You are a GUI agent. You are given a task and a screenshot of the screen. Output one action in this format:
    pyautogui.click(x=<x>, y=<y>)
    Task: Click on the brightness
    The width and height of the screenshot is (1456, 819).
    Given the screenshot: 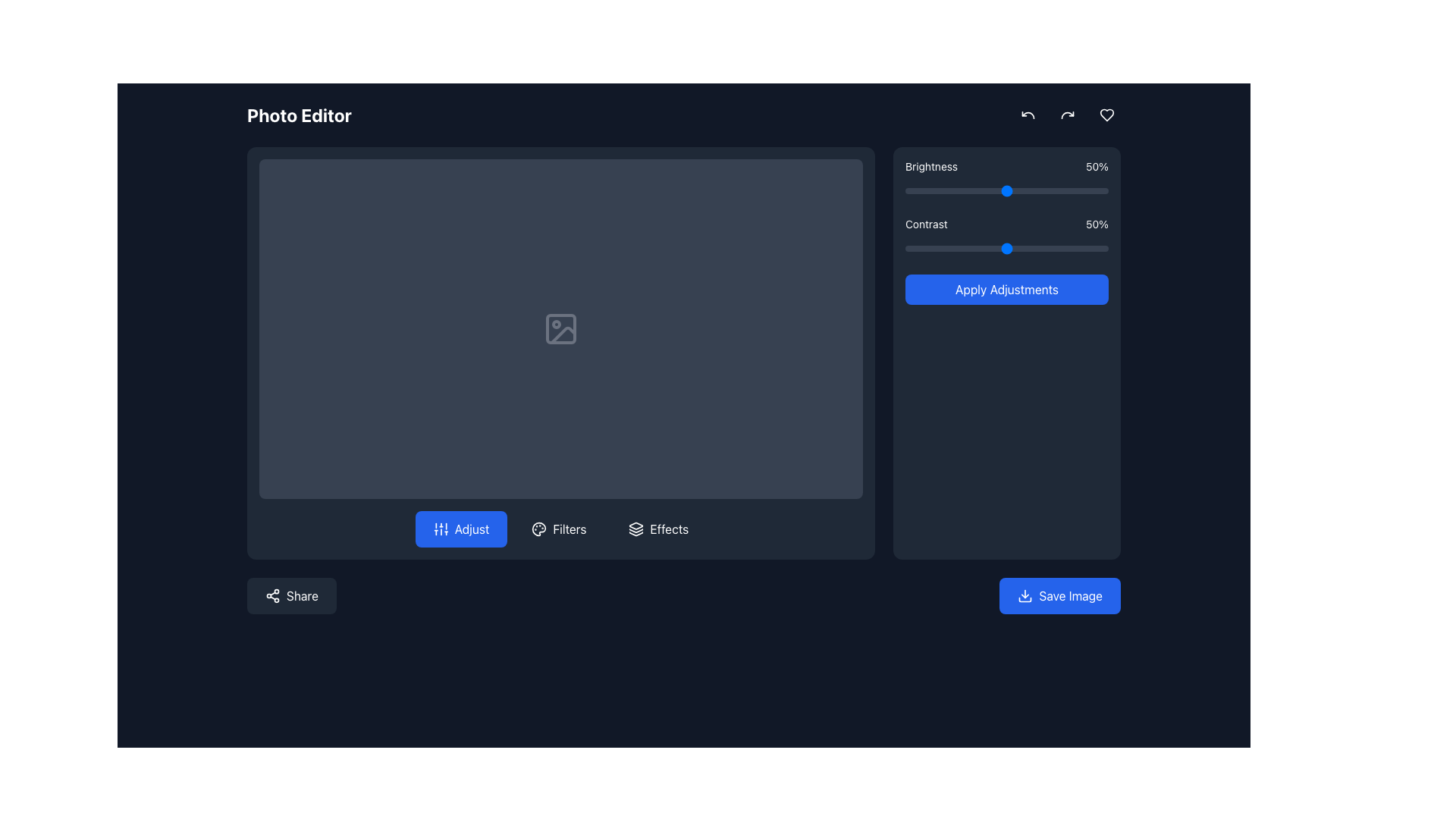 What is the action you would take?
    pyautogui.click(x=1065, y=190)
    